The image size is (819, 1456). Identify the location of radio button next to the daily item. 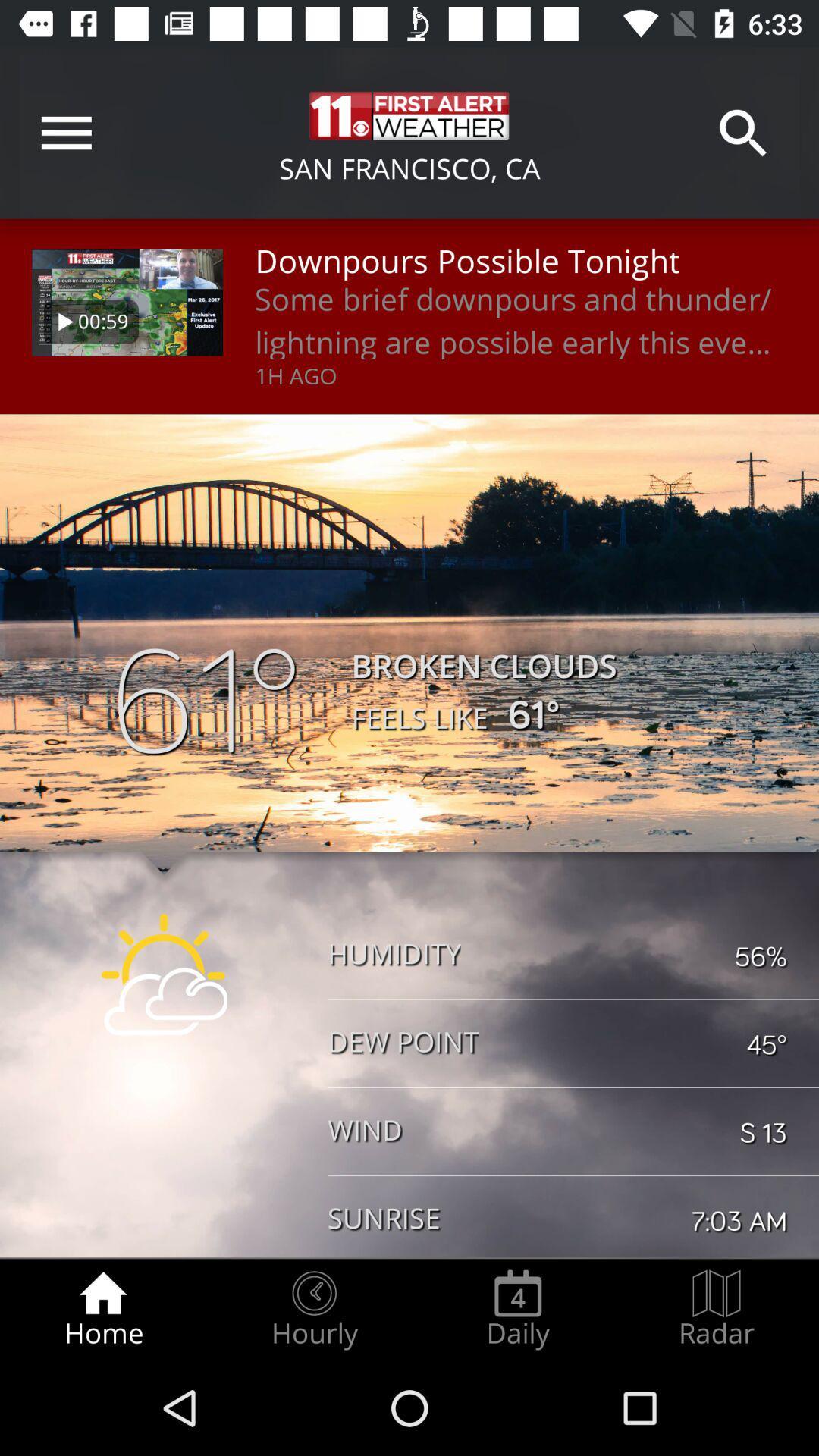
(313, 1309).